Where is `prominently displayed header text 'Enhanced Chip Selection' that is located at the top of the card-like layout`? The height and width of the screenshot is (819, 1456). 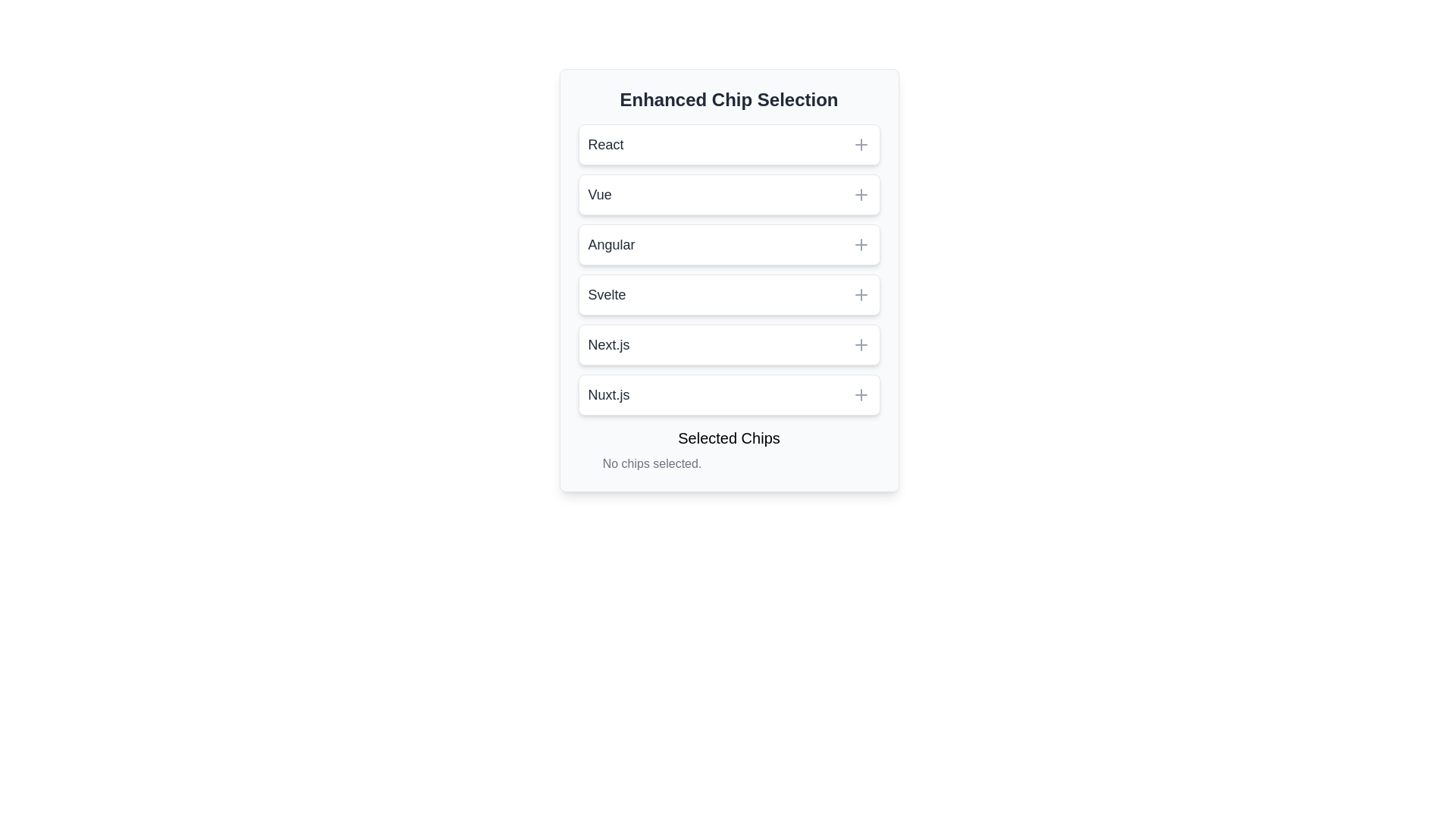
prominently displayed header text 'Enhanced Chip Selection' that is located at the top of the card-like layout is located at coordinates (729, 99).